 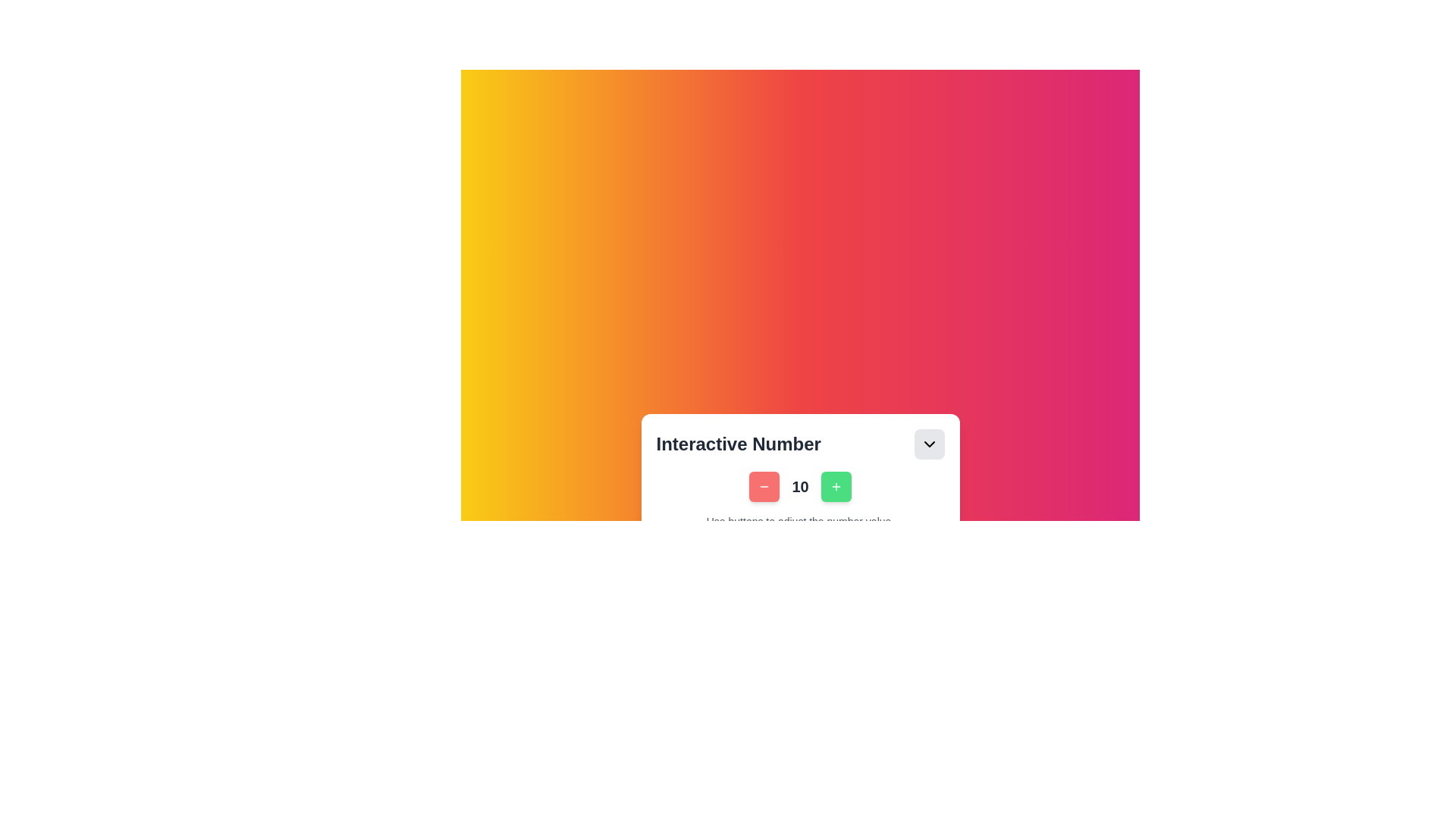 What do you see at coordinates (928, 444) in the screenshot?
I see `the Interactive button with a chevron icon to change its background color from light gray to darker gray` at bounding box center [928, 444].